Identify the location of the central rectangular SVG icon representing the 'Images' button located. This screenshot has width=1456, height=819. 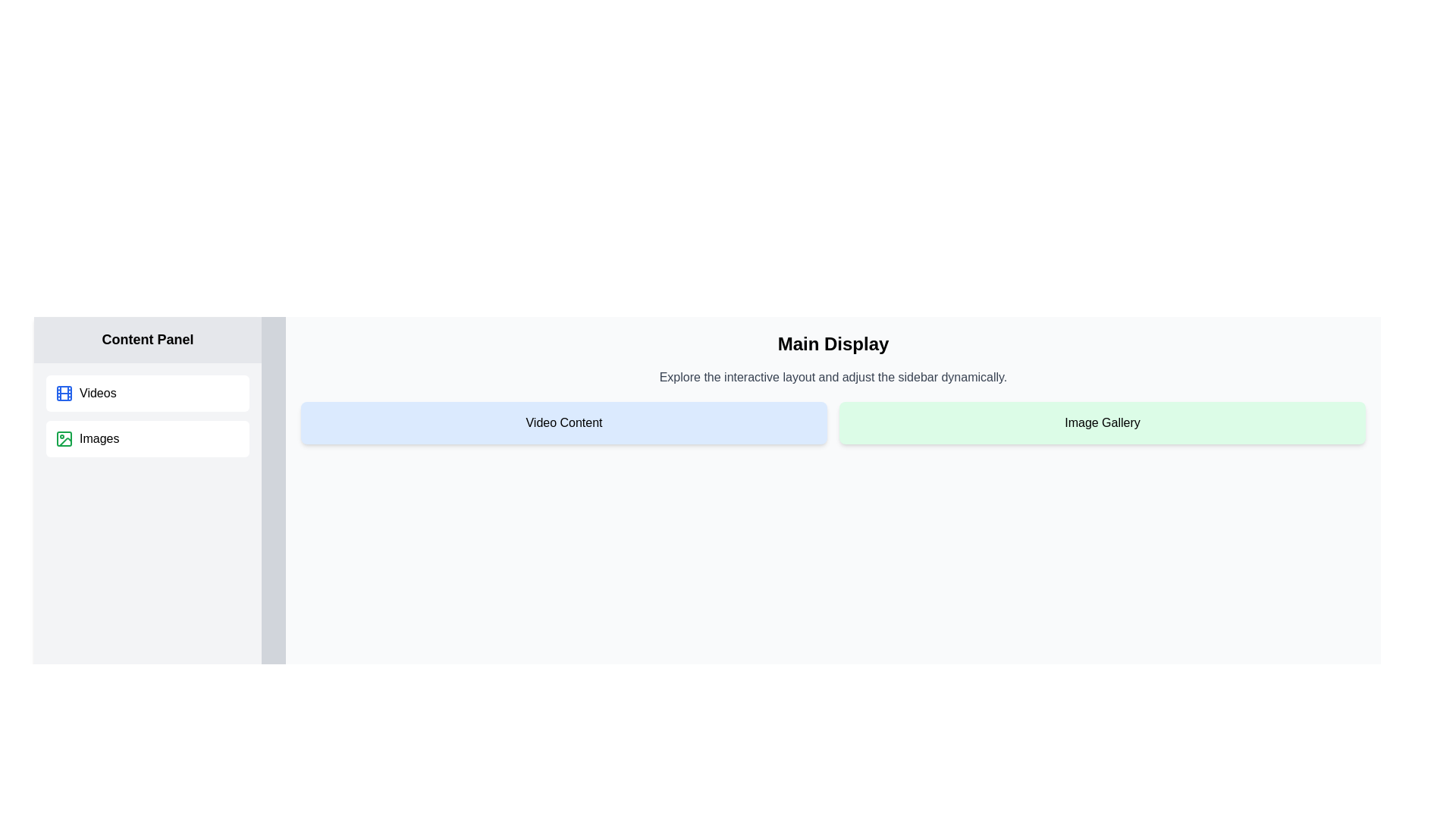
(64, 438).